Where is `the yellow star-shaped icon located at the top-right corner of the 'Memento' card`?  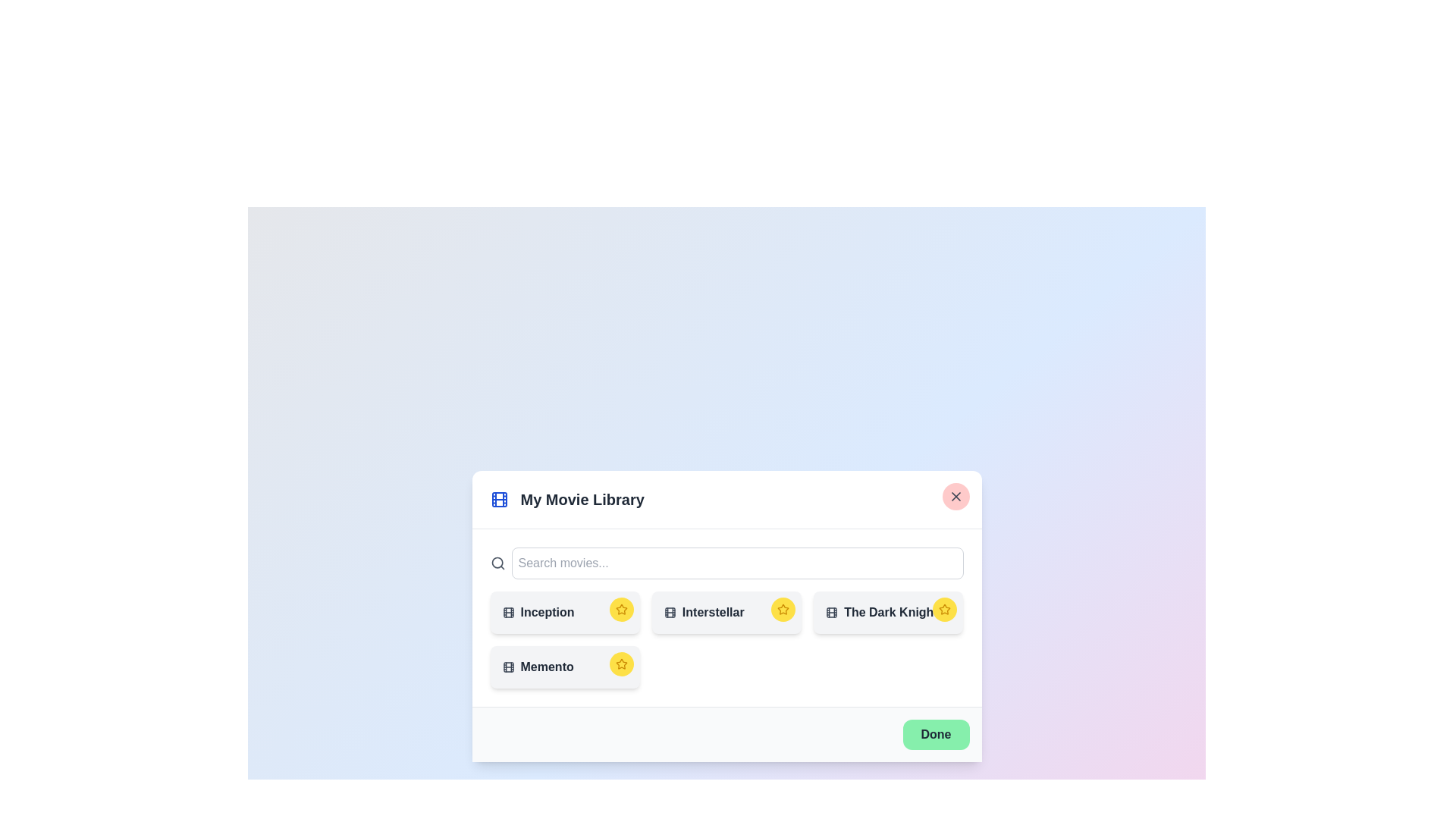 the yellow star-shaped icon located at the top-right corner of the 'Memento' card is located at coordinates (621, 663).